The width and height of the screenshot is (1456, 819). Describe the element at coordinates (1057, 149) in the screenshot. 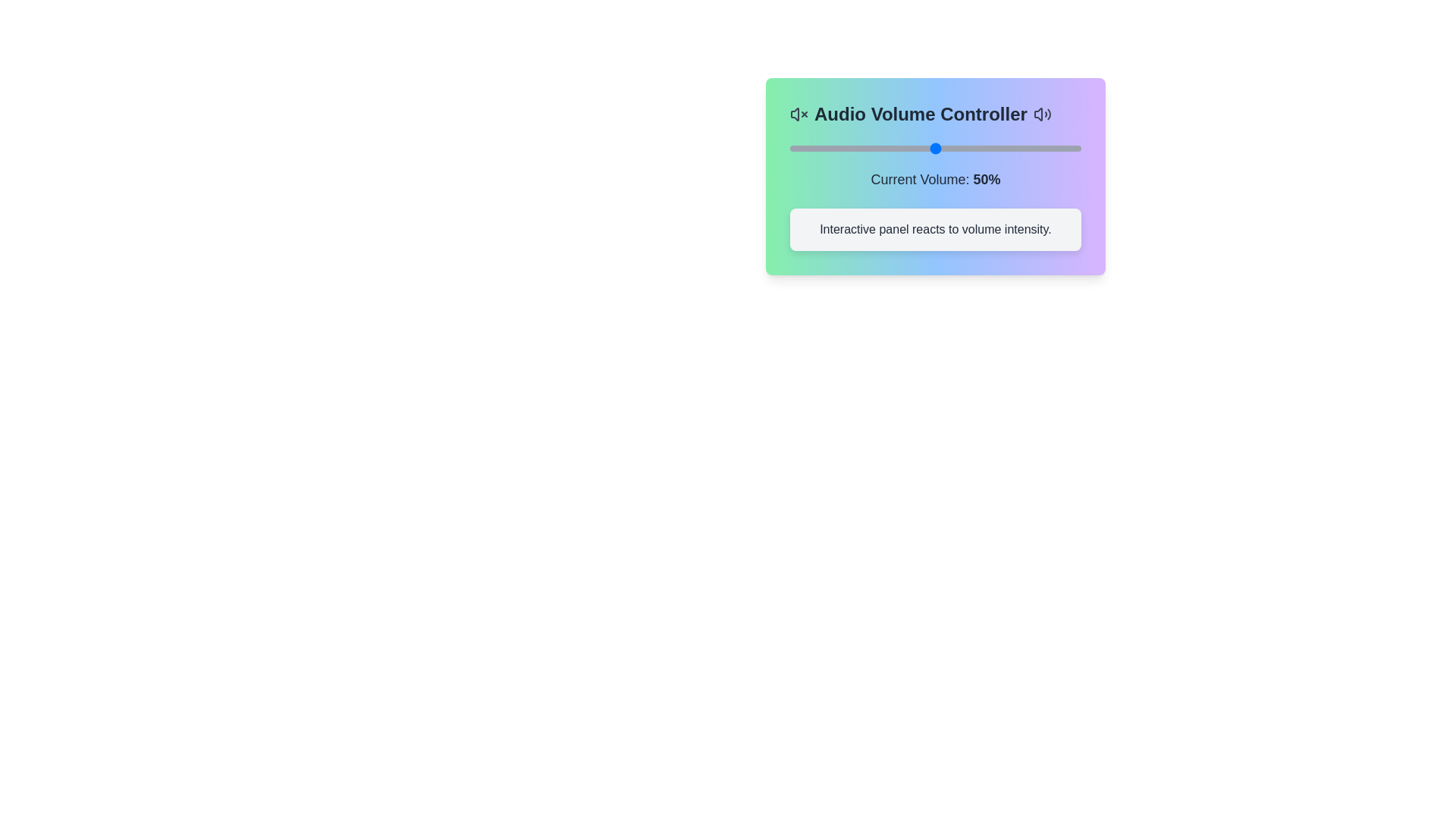

I see `the volume slider to 92%` at that location.